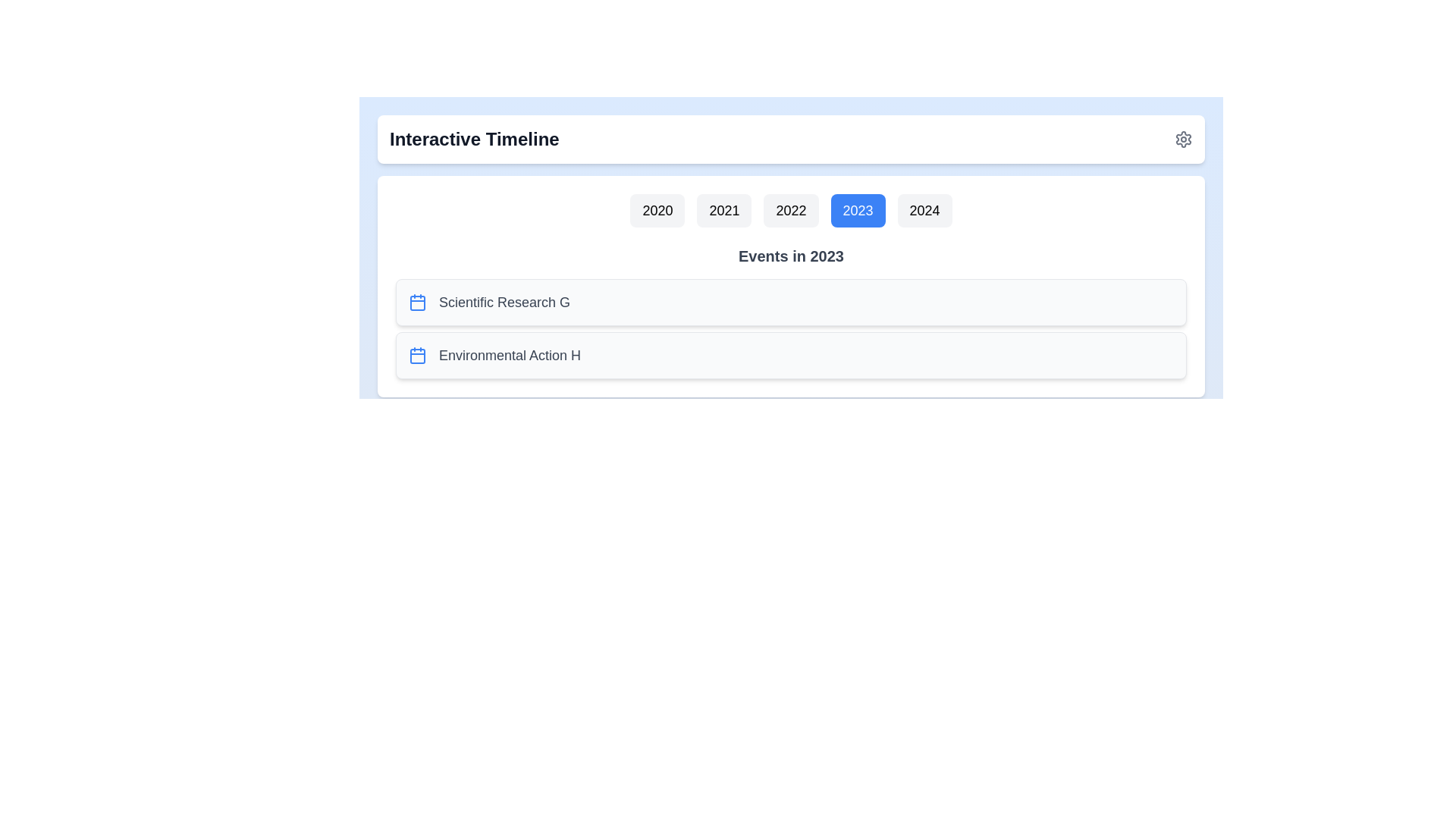 The image size is (1456, 819). Describe the element at coordinates (858, 210) in the screenshot. I see `the year button labeled 2023 to select it` at that location.